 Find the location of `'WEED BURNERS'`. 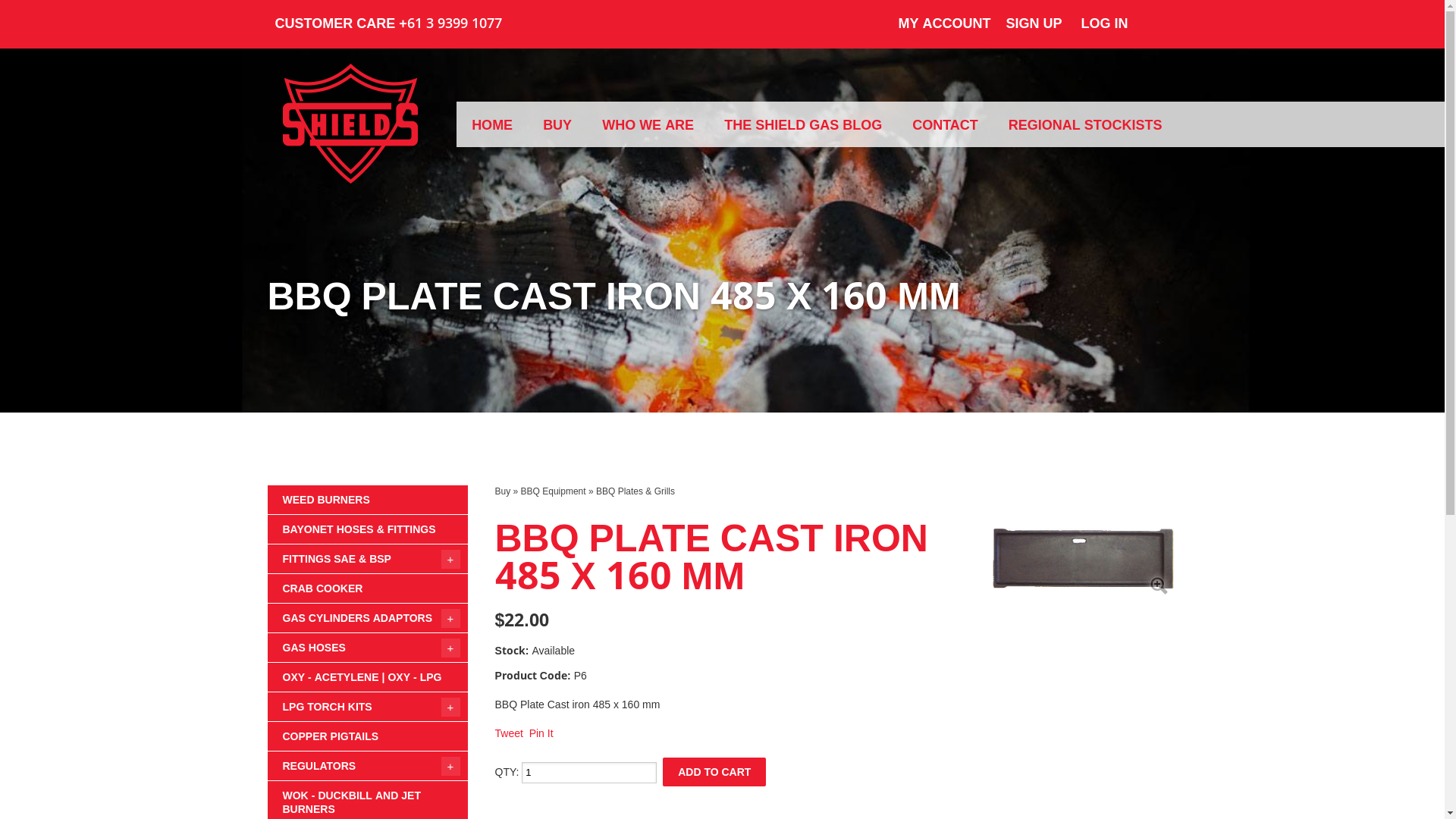

'WEED BURNERS' is located at coordinates (367, 500).